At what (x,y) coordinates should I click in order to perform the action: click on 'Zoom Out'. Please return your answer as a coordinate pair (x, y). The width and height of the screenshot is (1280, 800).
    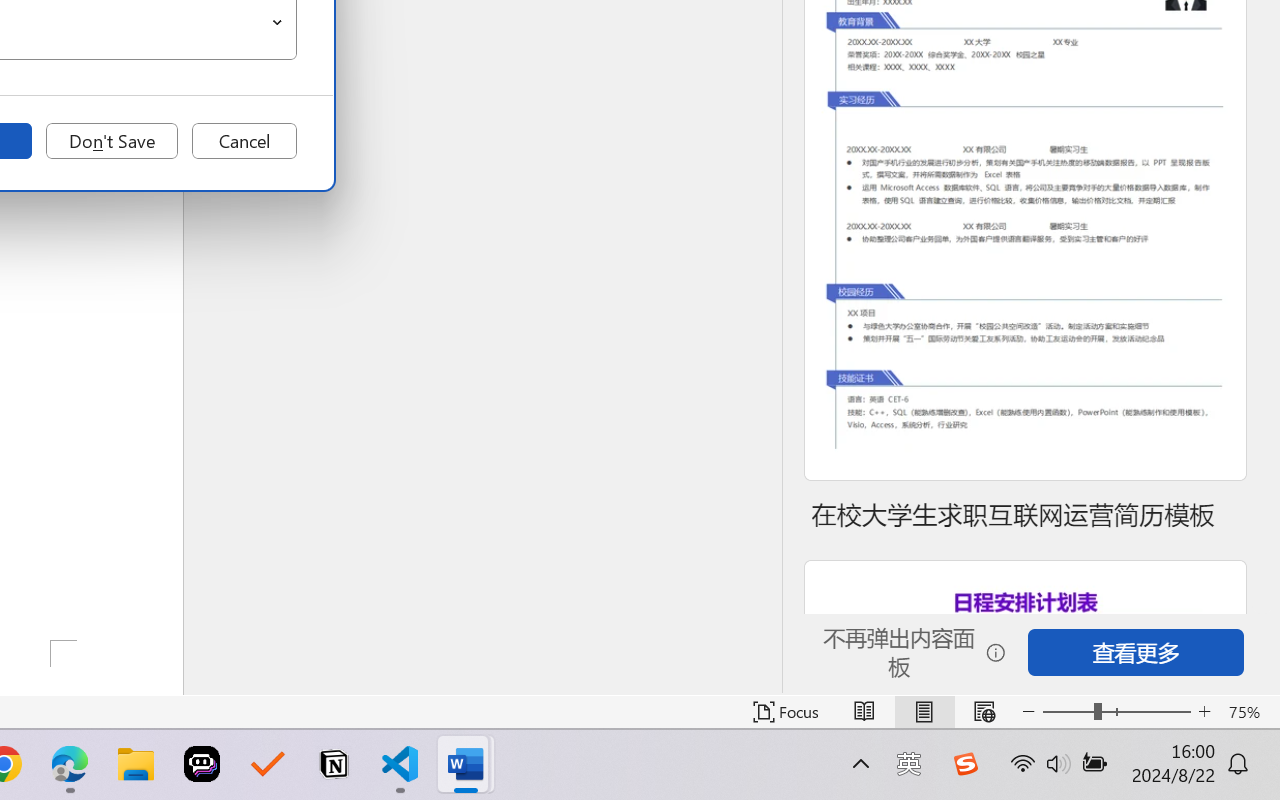
    Looking at the image, I should click on (1067, 711).